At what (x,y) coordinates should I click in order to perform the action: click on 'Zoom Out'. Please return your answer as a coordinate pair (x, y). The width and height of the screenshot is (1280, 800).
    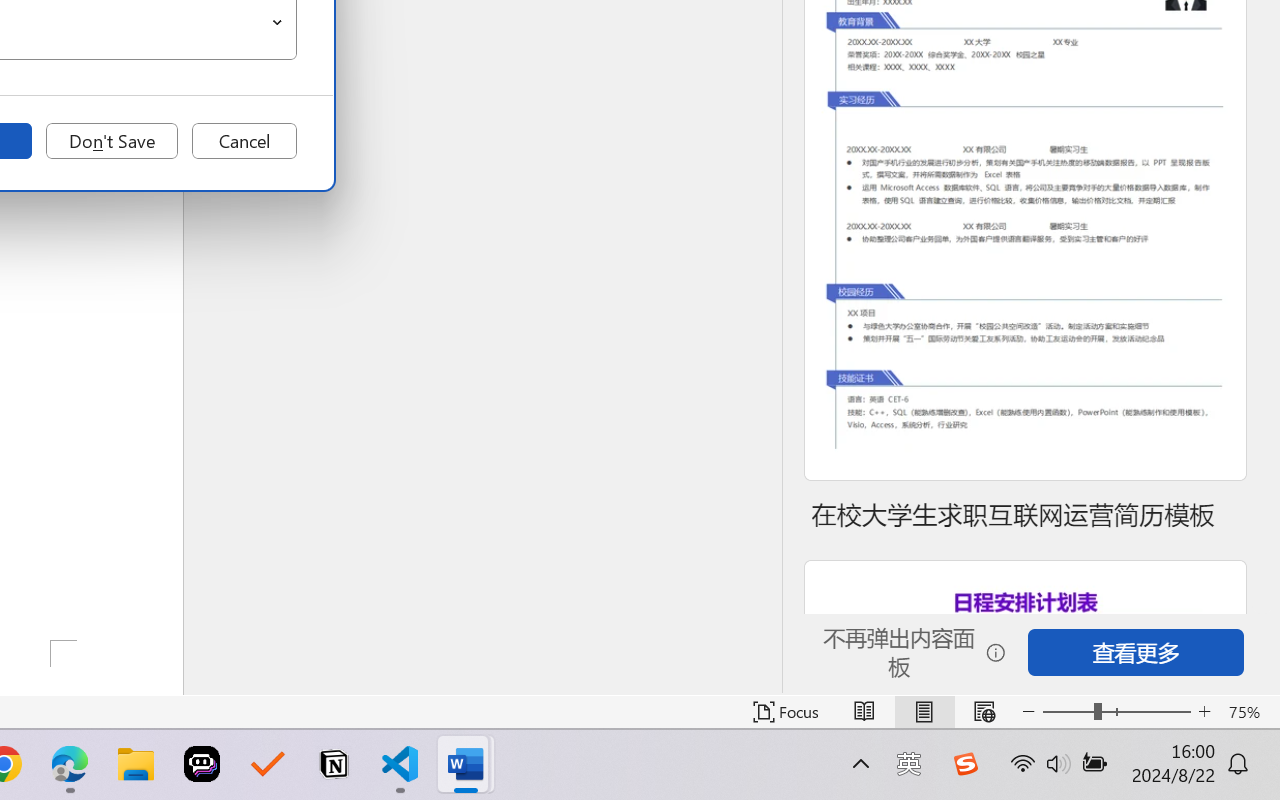
    Looking at the image, I should click on (1067, 711).